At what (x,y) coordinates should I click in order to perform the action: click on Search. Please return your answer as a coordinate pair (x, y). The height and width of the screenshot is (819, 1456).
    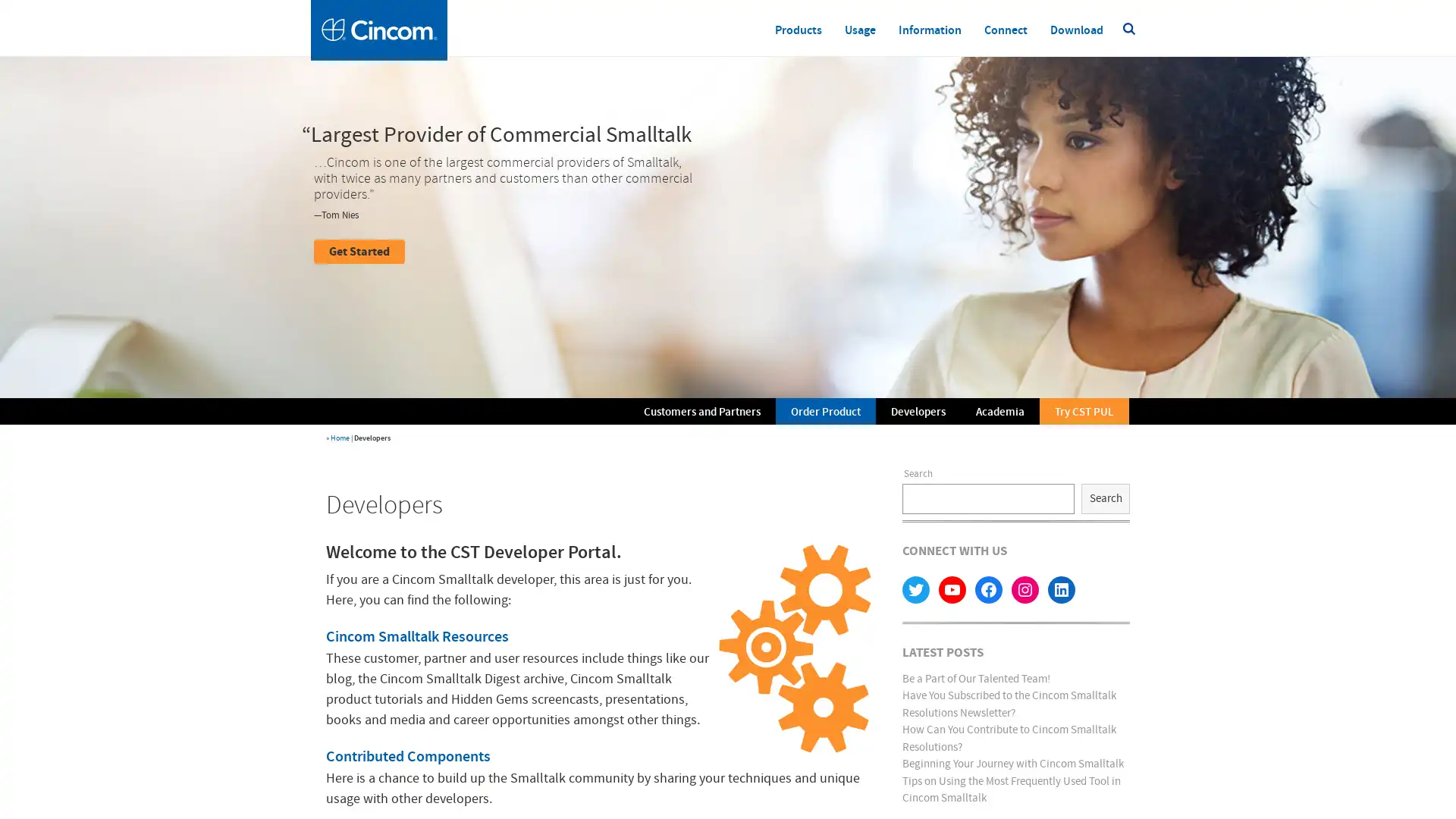
    Looking at the image, I should click on (1106, 498).